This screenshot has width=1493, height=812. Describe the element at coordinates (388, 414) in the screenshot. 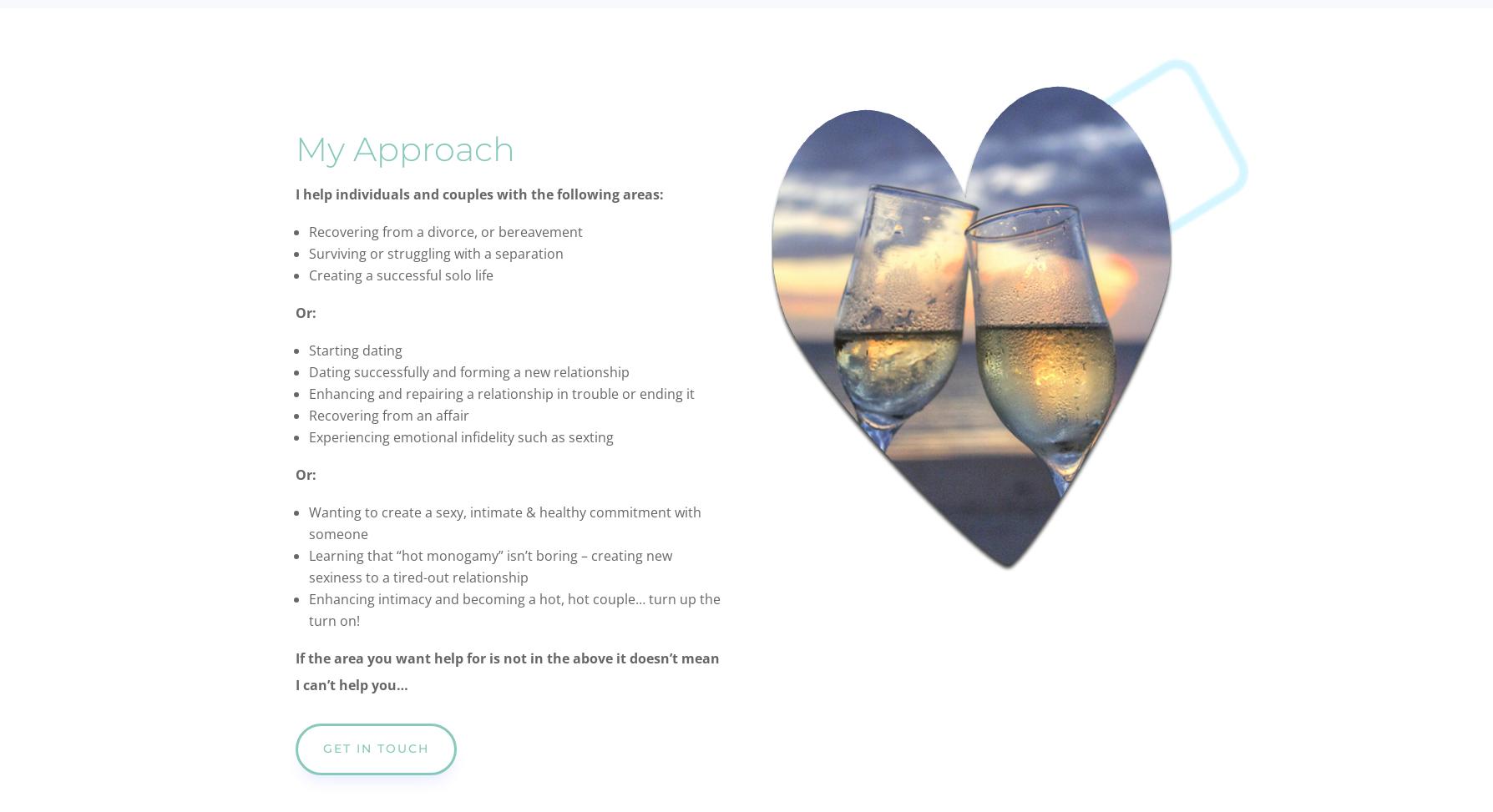

I see `'Recovering from an affair'` at that location.